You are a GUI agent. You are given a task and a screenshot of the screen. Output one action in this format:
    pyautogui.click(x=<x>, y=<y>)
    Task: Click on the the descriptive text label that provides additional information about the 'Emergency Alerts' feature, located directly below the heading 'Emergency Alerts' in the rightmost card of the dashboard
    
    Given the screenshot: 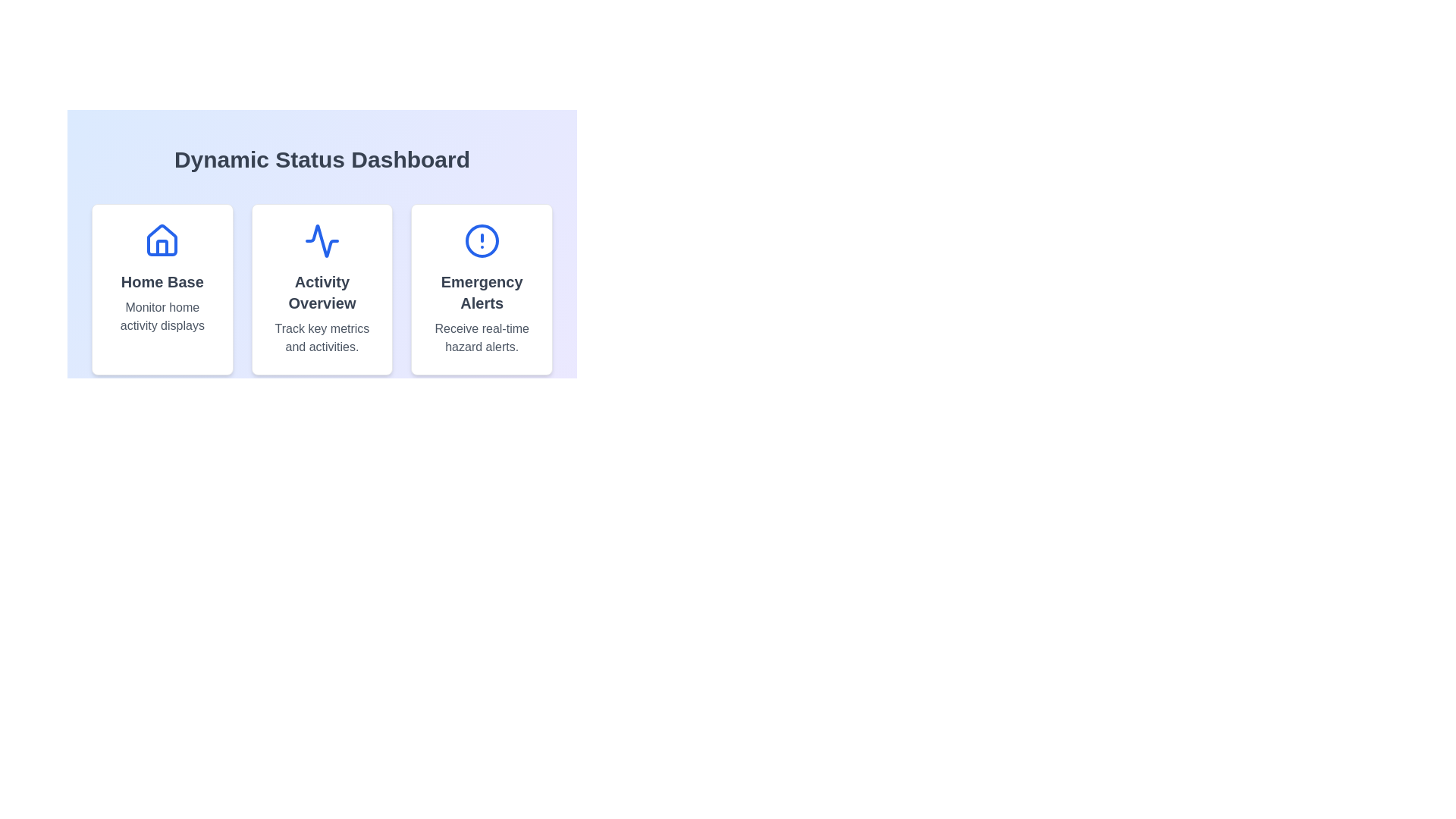 What is the action you would take?
    pyautogui.click(x=481, y=337)
    